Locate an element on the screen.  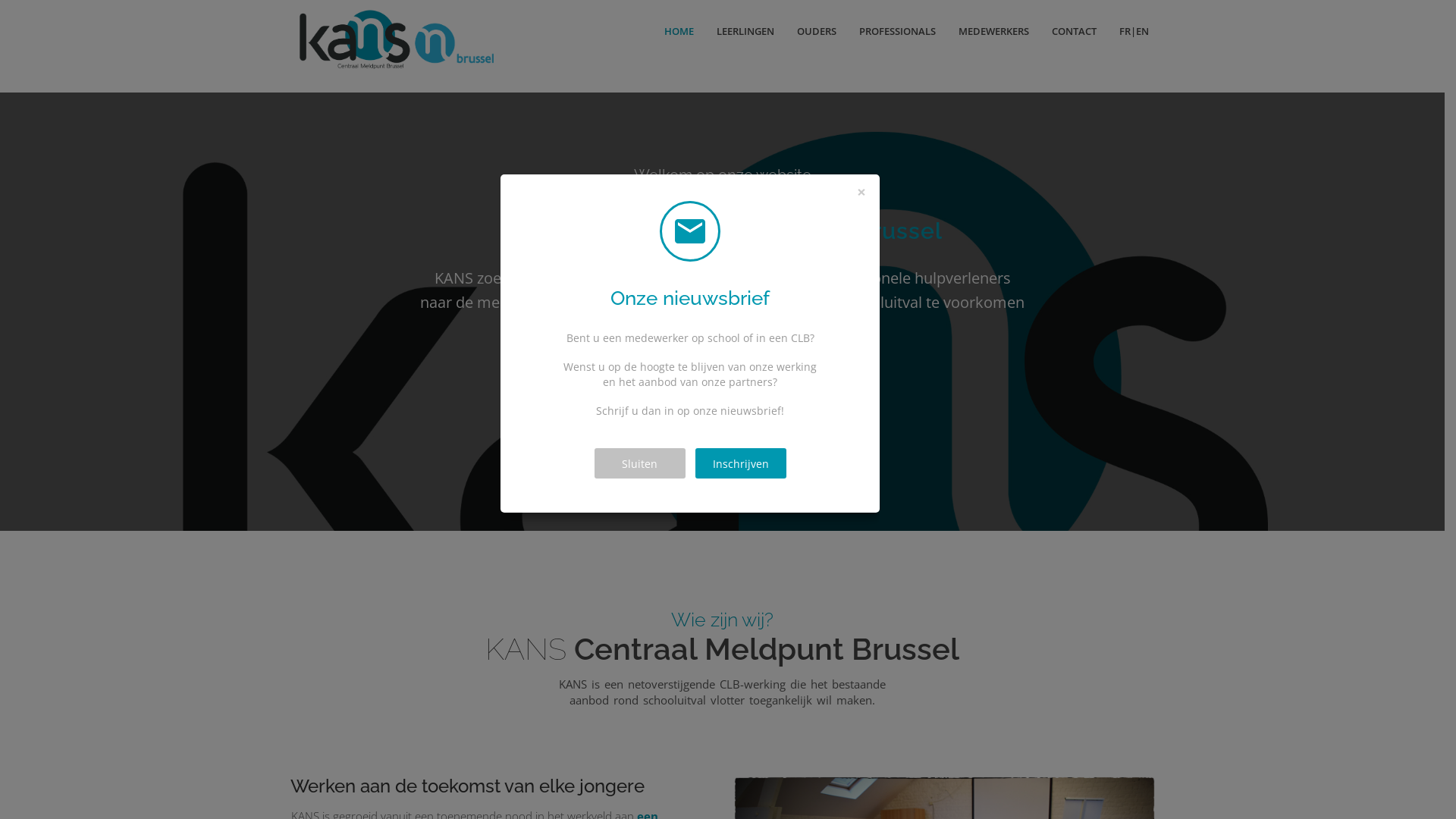
'FR|' is located at coordinates (1122, 31).